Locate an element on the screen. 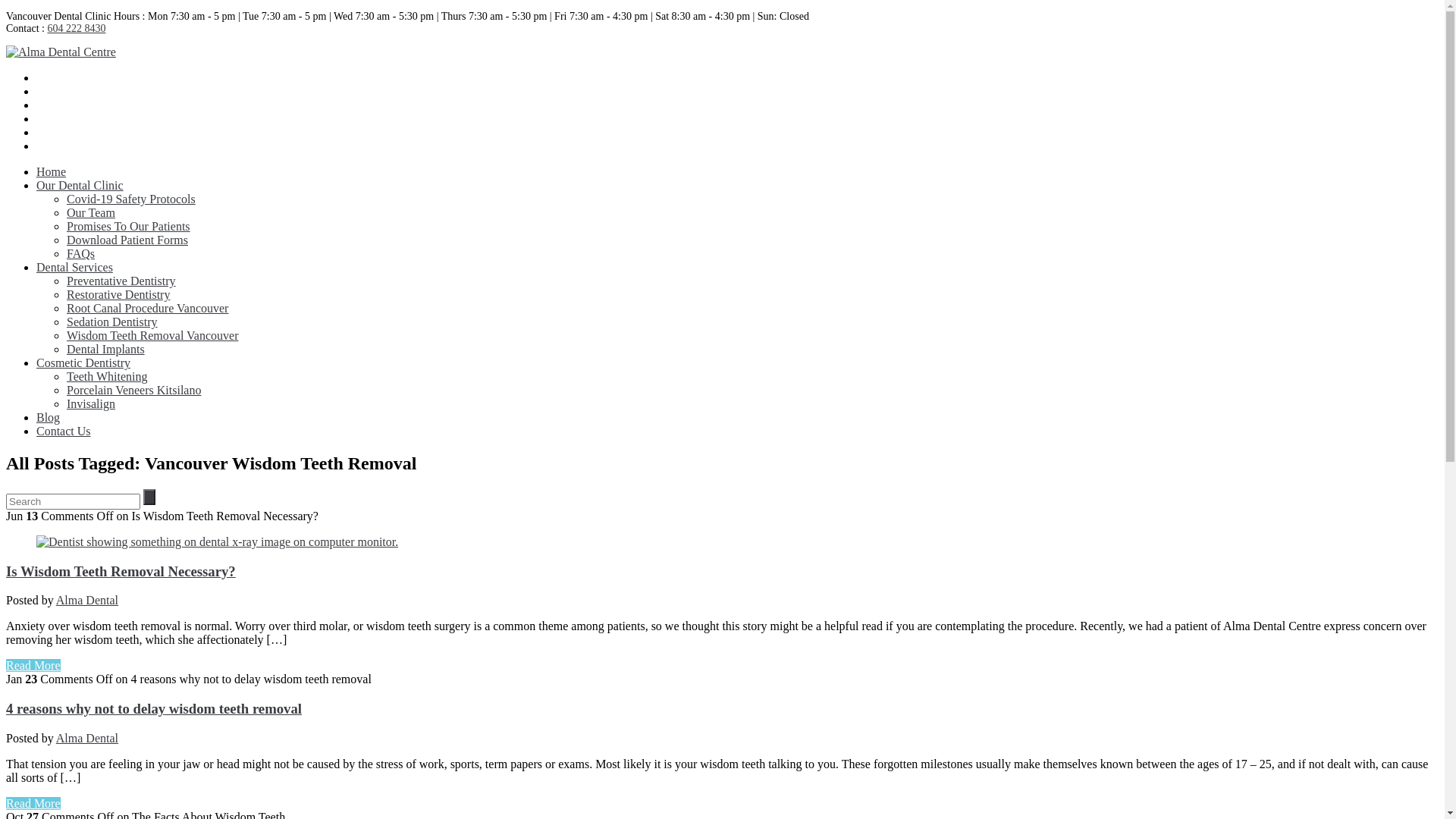 The image size is (1456, 819). 'Alma Dental' is located at coordinates (55, 737).